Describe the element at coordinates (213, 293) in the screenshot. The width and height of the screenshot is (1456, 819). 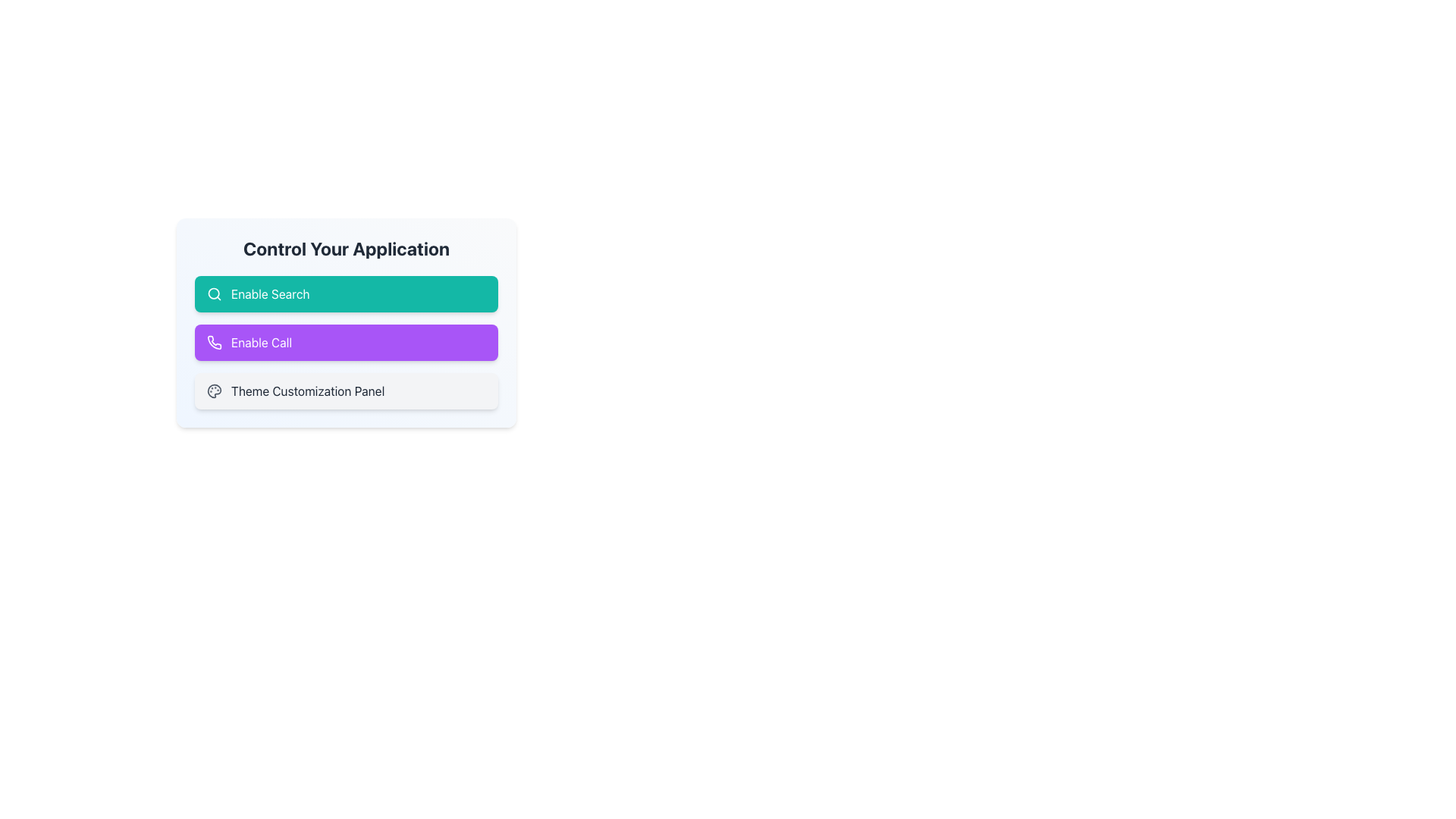
I see `the circular SVG graphic element of the magnifying glass icon, which represents the search functionality and is positioned to the left of the 'Enable Search' button` at that location.